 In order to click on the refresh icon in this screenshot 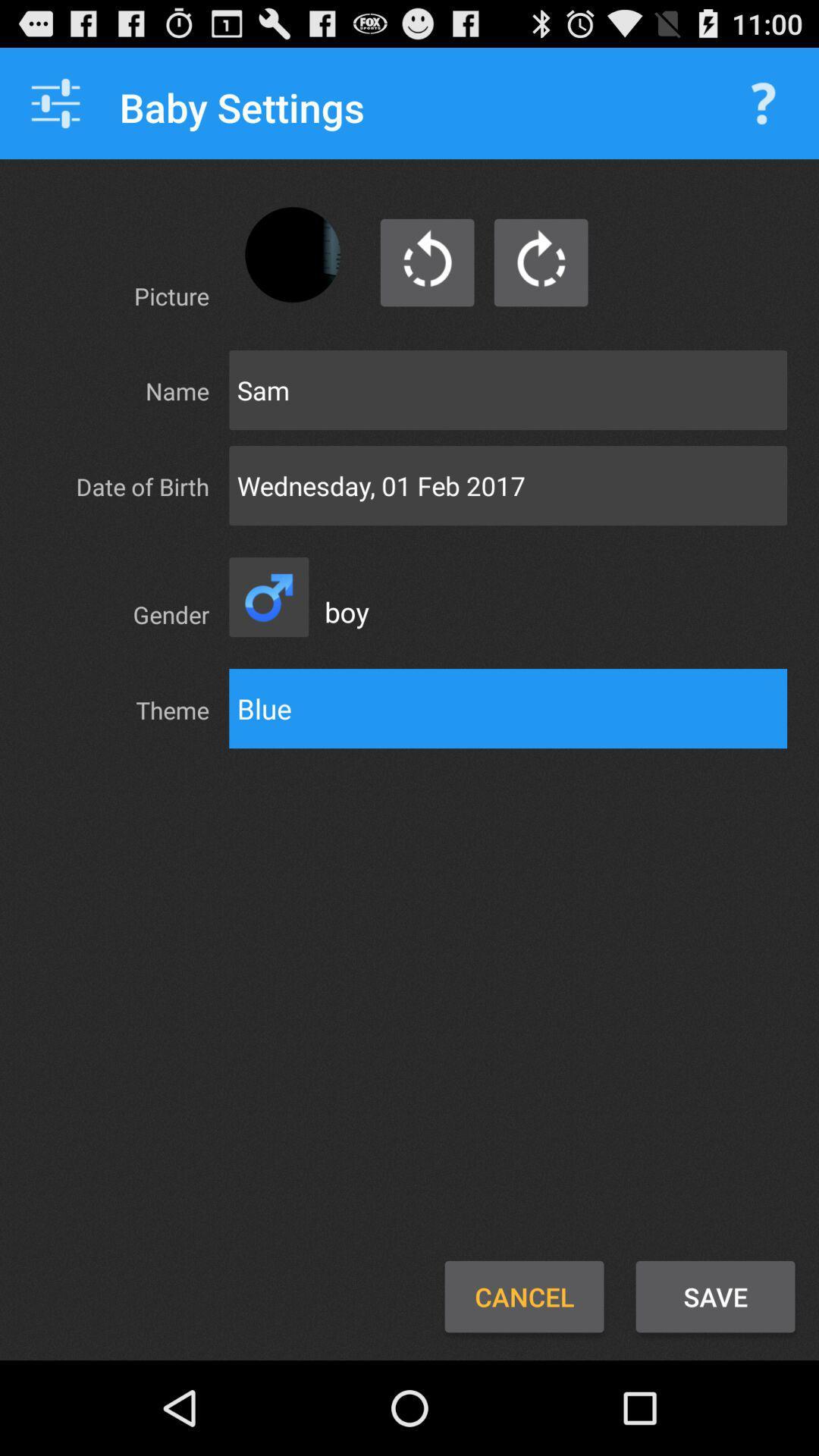, I will do `click(268, 639)`.